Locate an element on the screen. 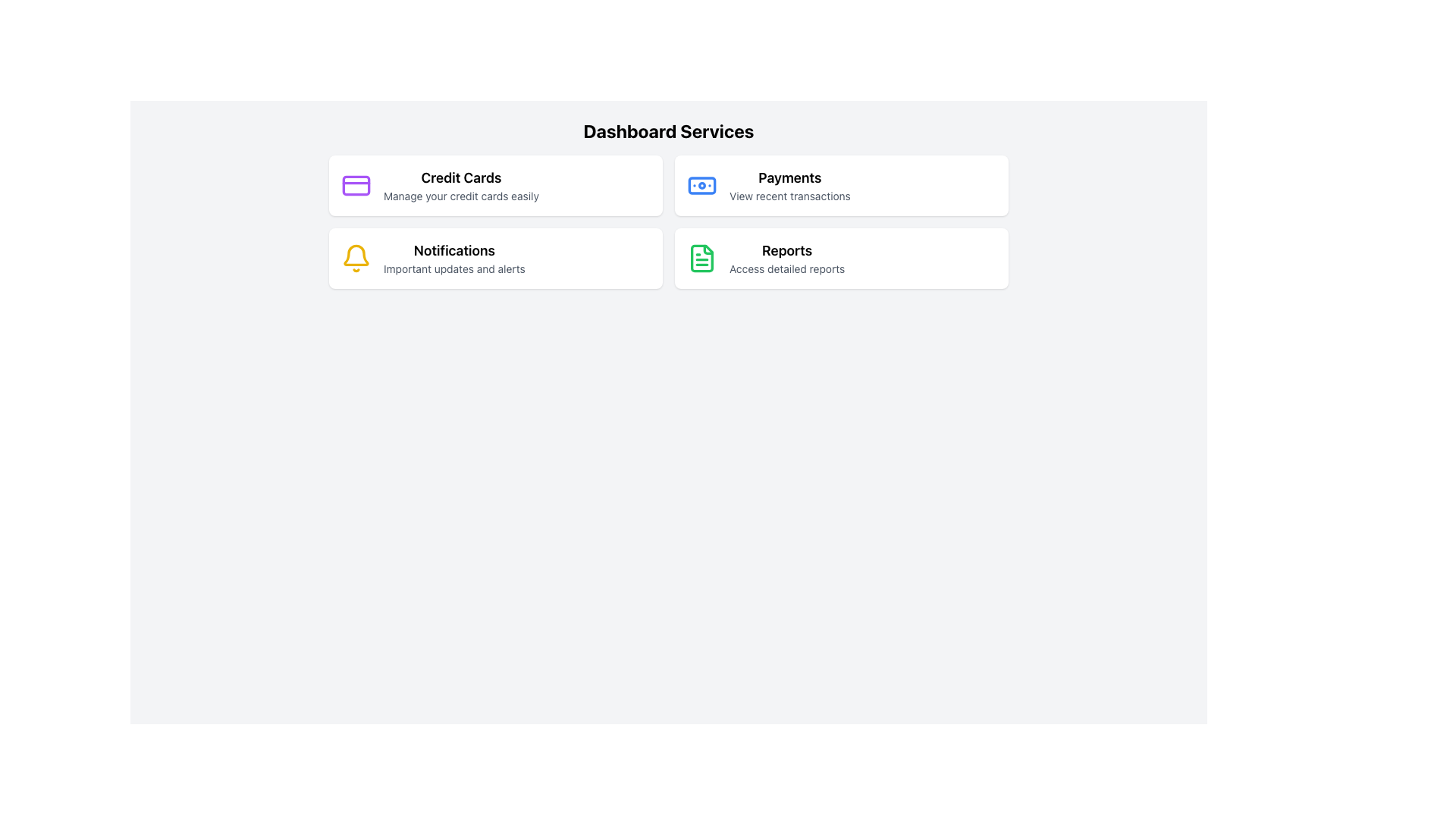  the green file document icon with horizontal lines resembling text, located in the bottom-right card of the 'Dashboard Services' panel is located at coordinates (701, 257).